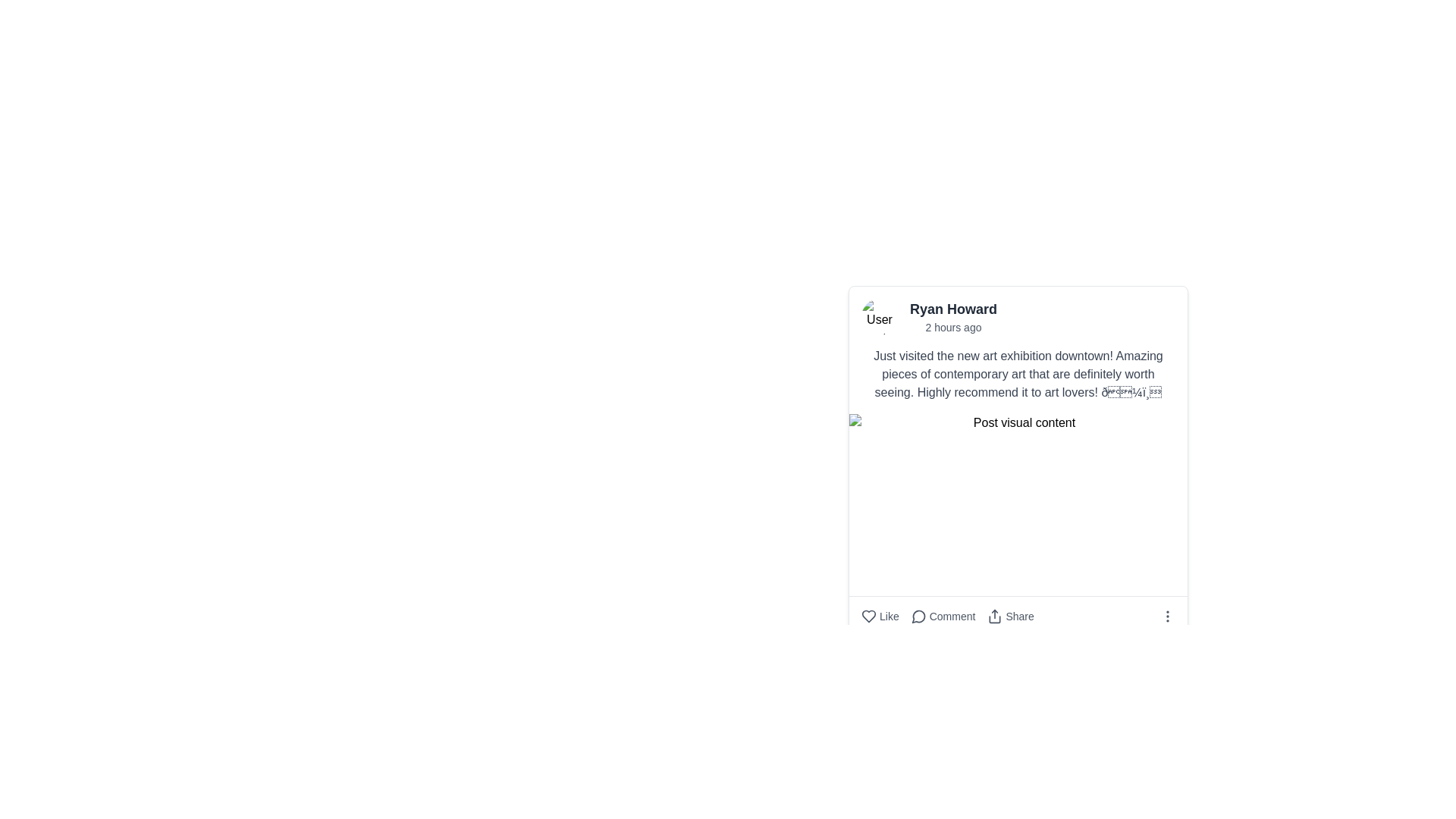 Image resolution: width=1456 pixels, height=819 pixels. Describe the element at coordinates (1018, 374) in the screenshot. I see `the text block styled in gray font that contains recommendations for a new art exhibition, positioned beneath 'Ryan Howard' and above the 'Post visual content' area` at that location.